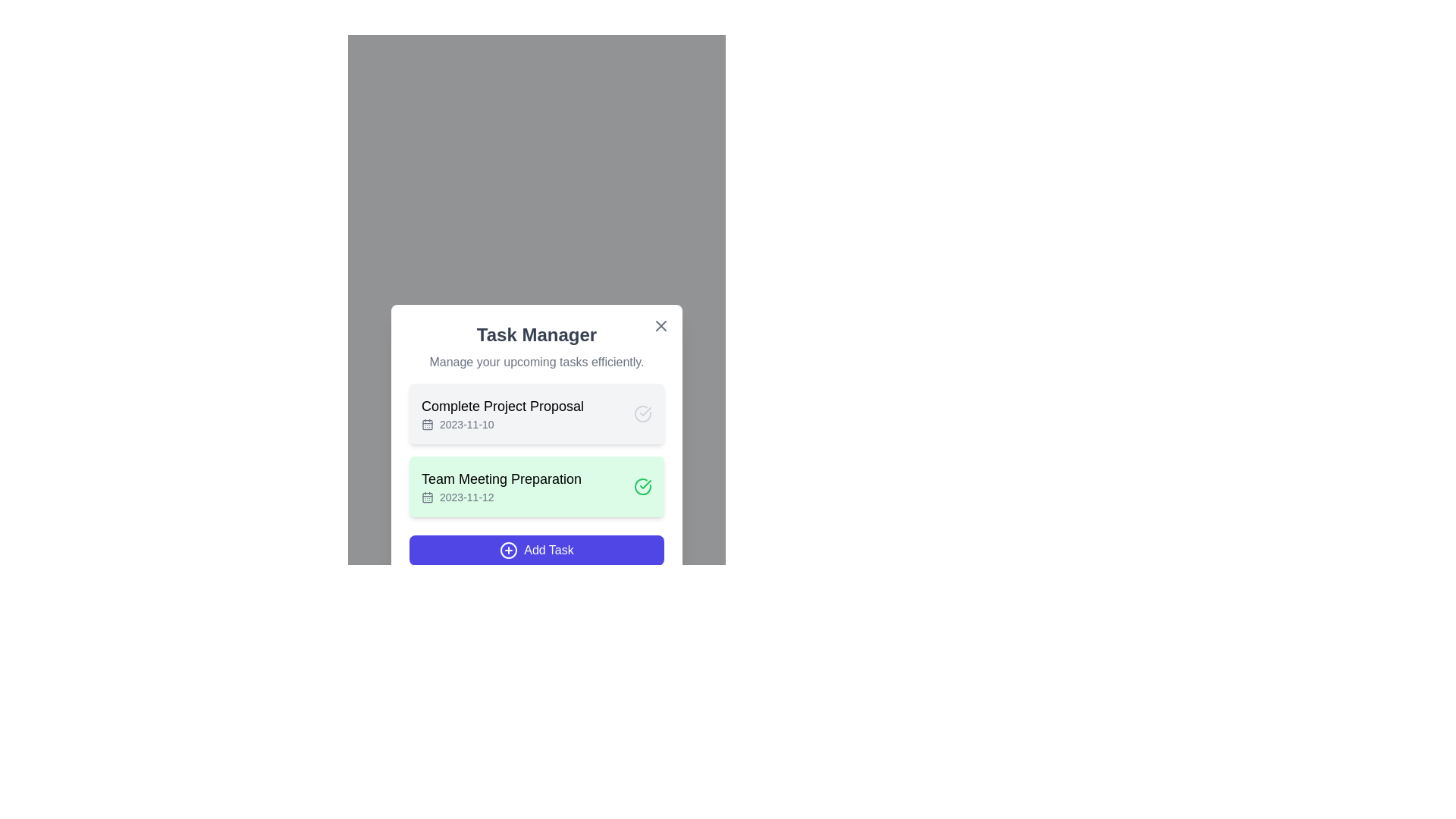 Image resolution: width=1456 pixels, height=819 pixels. Describe the element at coordinates (427, 497) in the screenshot. I see `the graphical icon representing the date '2023-11-12' within the task management panel for the 'Team Meeting Preparation' task` at that location.